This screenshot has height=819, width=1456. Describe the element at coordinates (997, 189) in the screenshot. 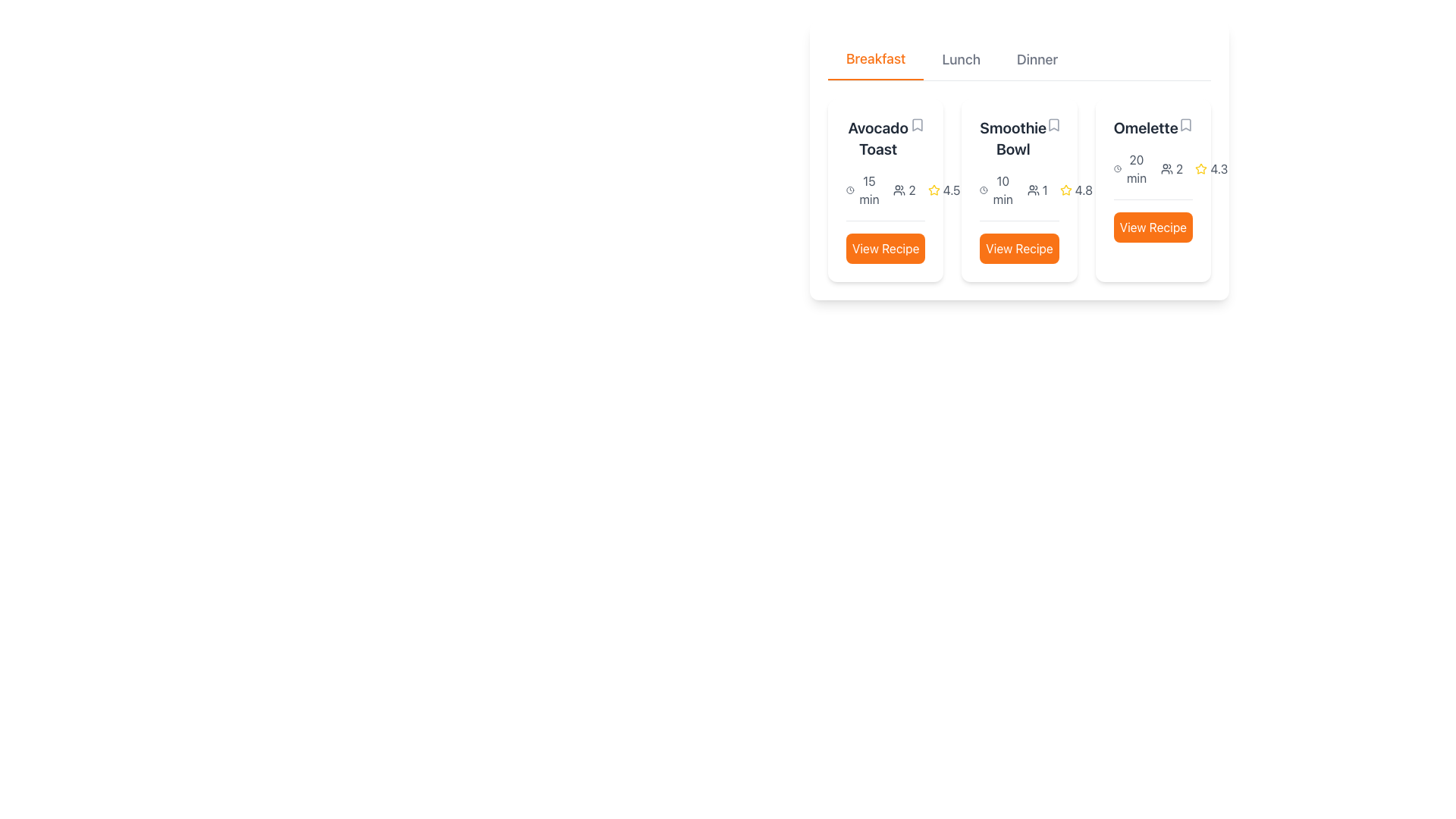

I see `the text '10 min' with the clock icon in the metadata row of the 'Smoothie Bowl' recipe card` at that location.